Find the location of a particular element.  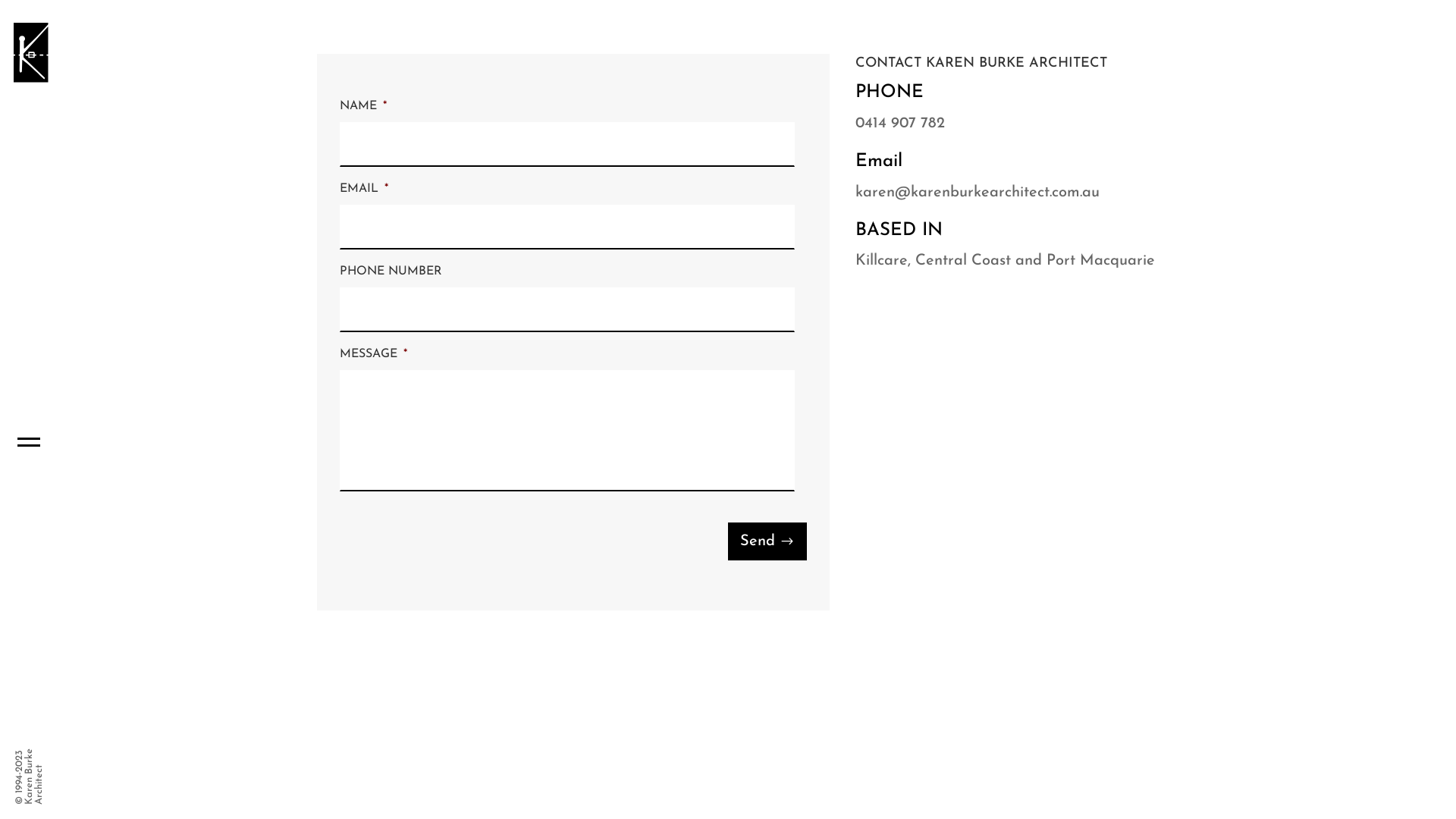

'Send' is located at coordinates (767, 540).